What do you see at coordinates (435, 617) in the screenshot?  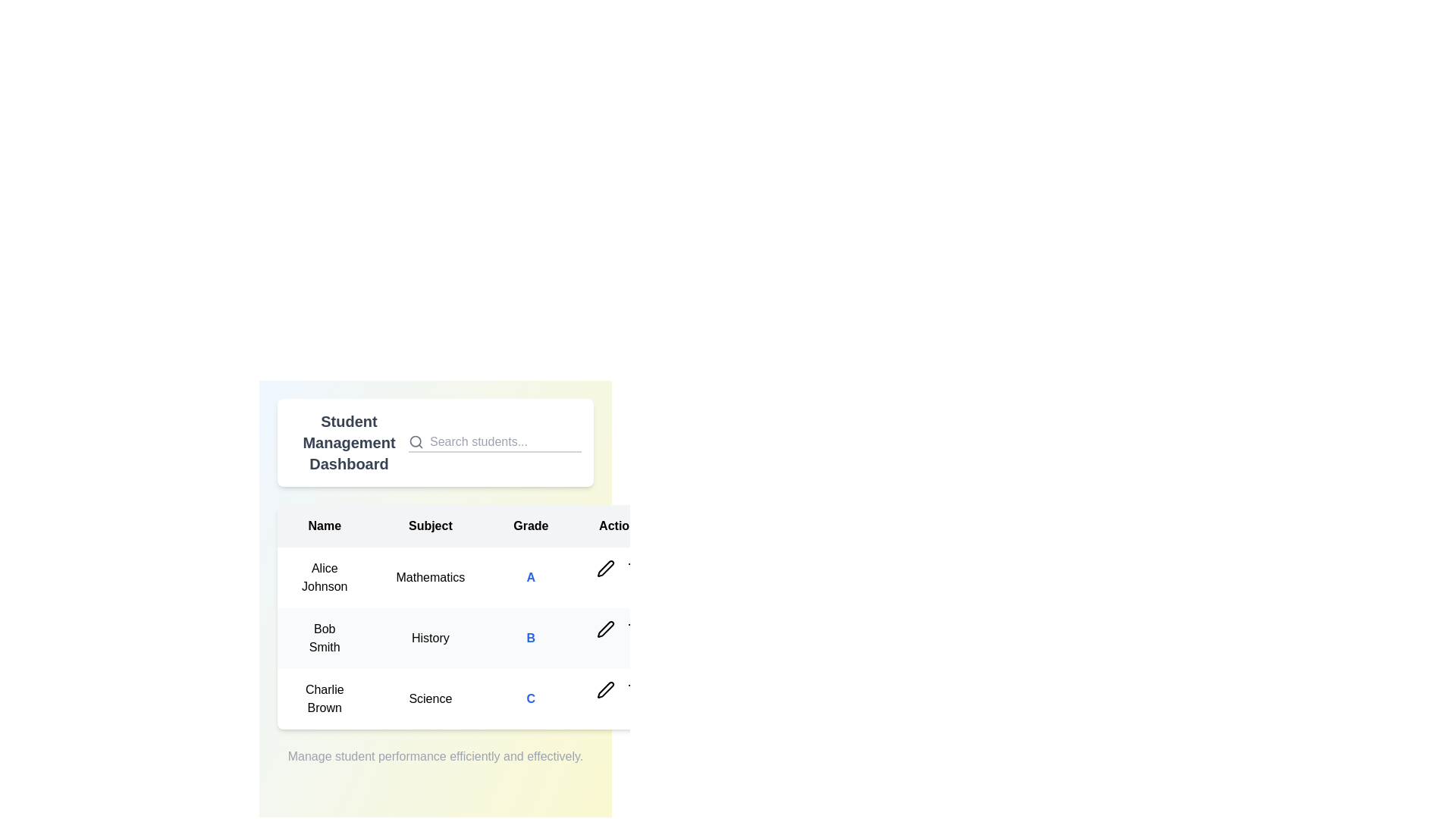 I see `text within any cell of the student information table, which is centrally positioned and displays structured data including names, subjects, and grades` at bounding box center [435, 617].